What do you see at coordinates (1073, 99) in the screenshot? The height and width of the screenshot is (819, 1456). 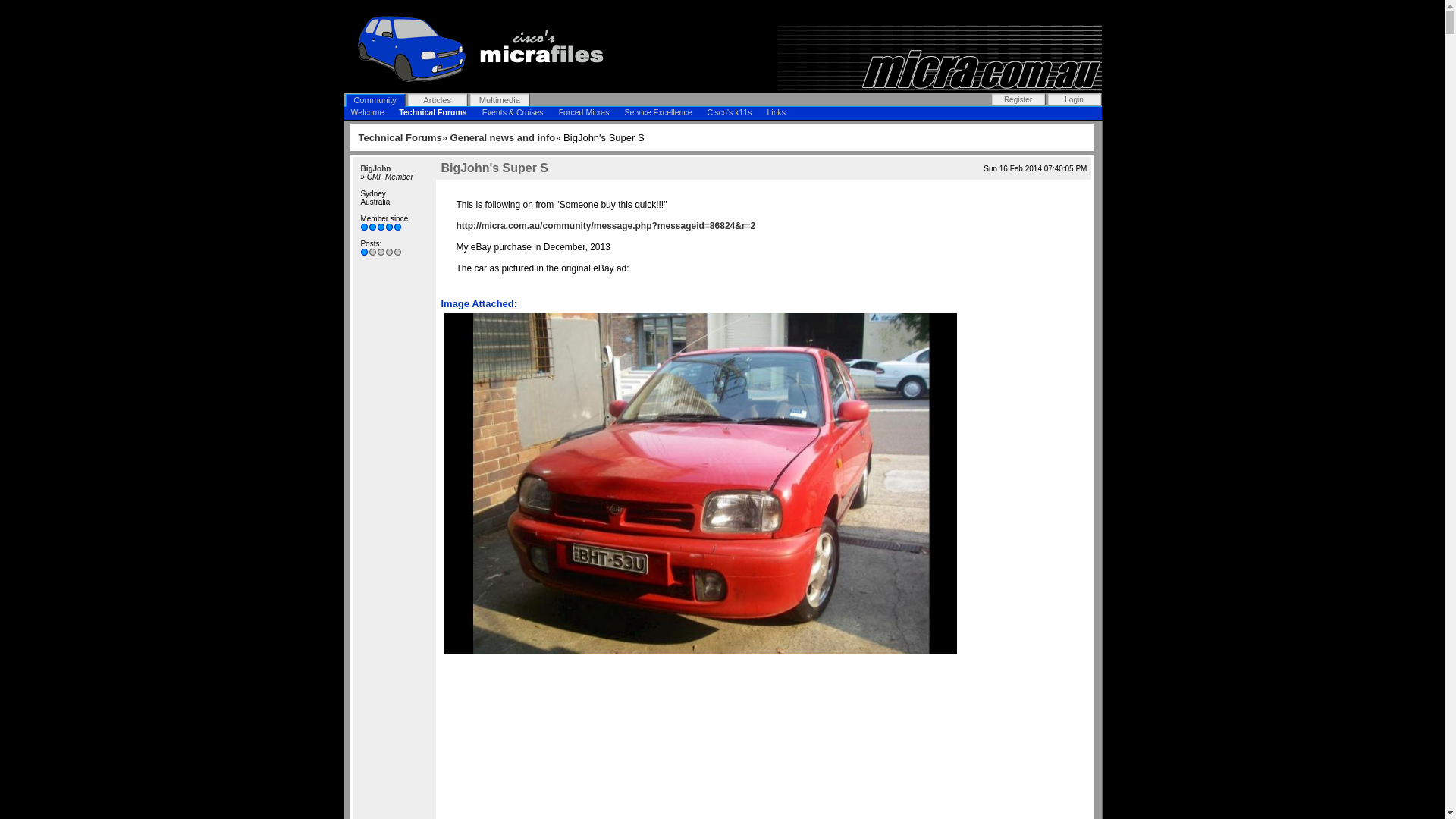 I see `'Login'` at bounding box center [1073, 99].